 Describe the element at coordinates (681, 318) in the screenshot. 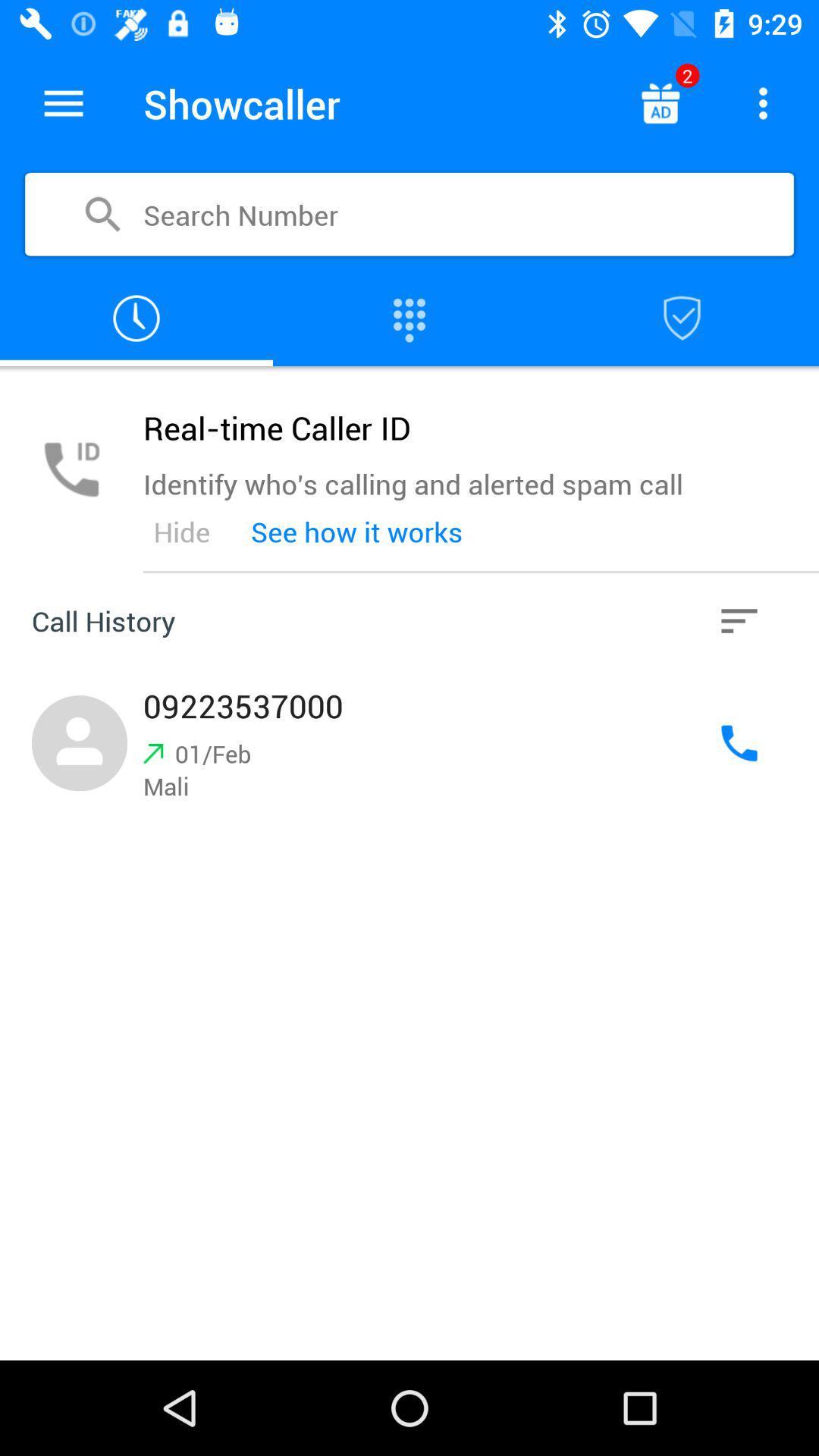

I see `opens the app 's contacts block list` at that location.